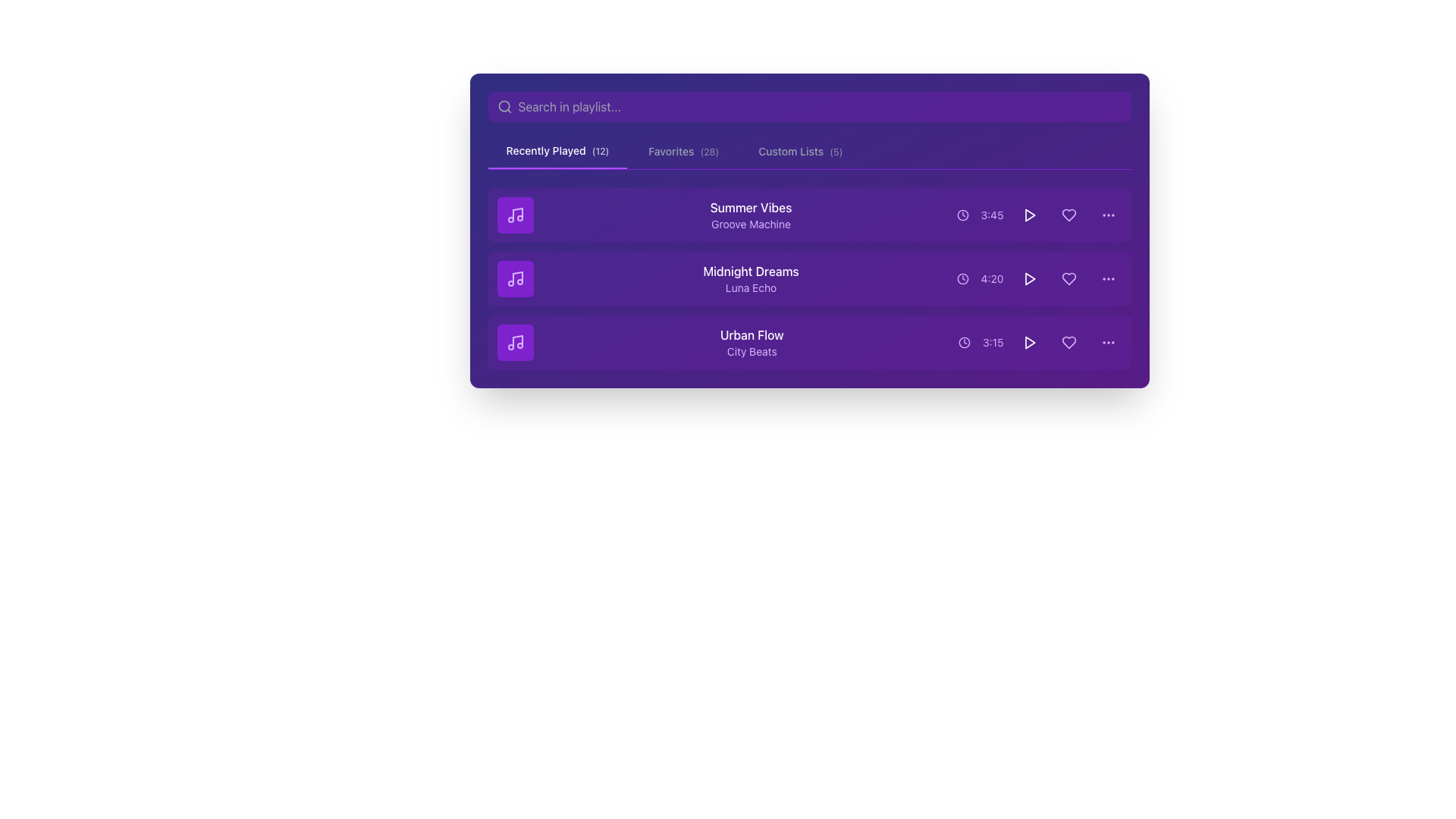  What do you see at coordinates (962, 215) in the screenshot?
I see `the icon representing the time duration of the song 'Summer Vibes'` at bounding box center [962, 215].